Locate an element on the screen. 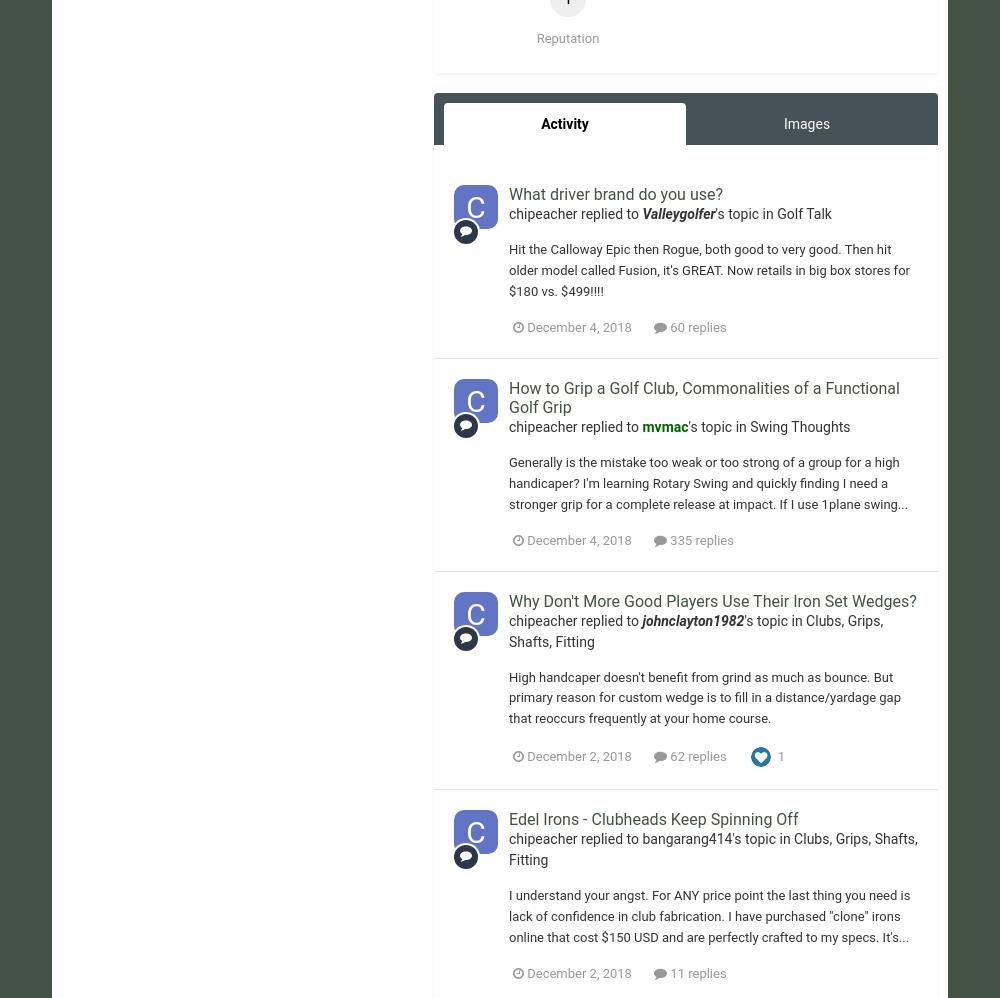 This screenshot has height=998, width=1000. 'Cookies' is located at coordinates (598, 355).